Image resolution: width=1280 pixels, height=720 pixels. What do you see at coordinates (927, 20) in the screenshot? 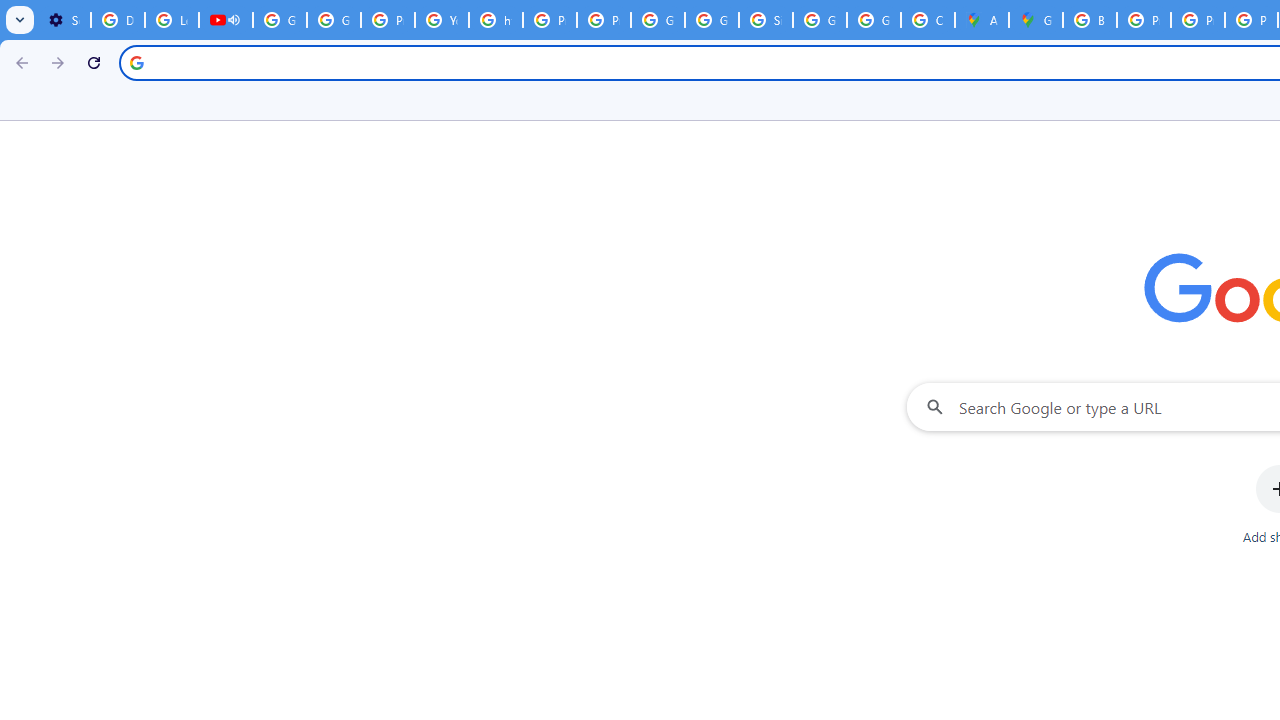
I see `'Create your Google Account'` at bounding box center [927, 20].